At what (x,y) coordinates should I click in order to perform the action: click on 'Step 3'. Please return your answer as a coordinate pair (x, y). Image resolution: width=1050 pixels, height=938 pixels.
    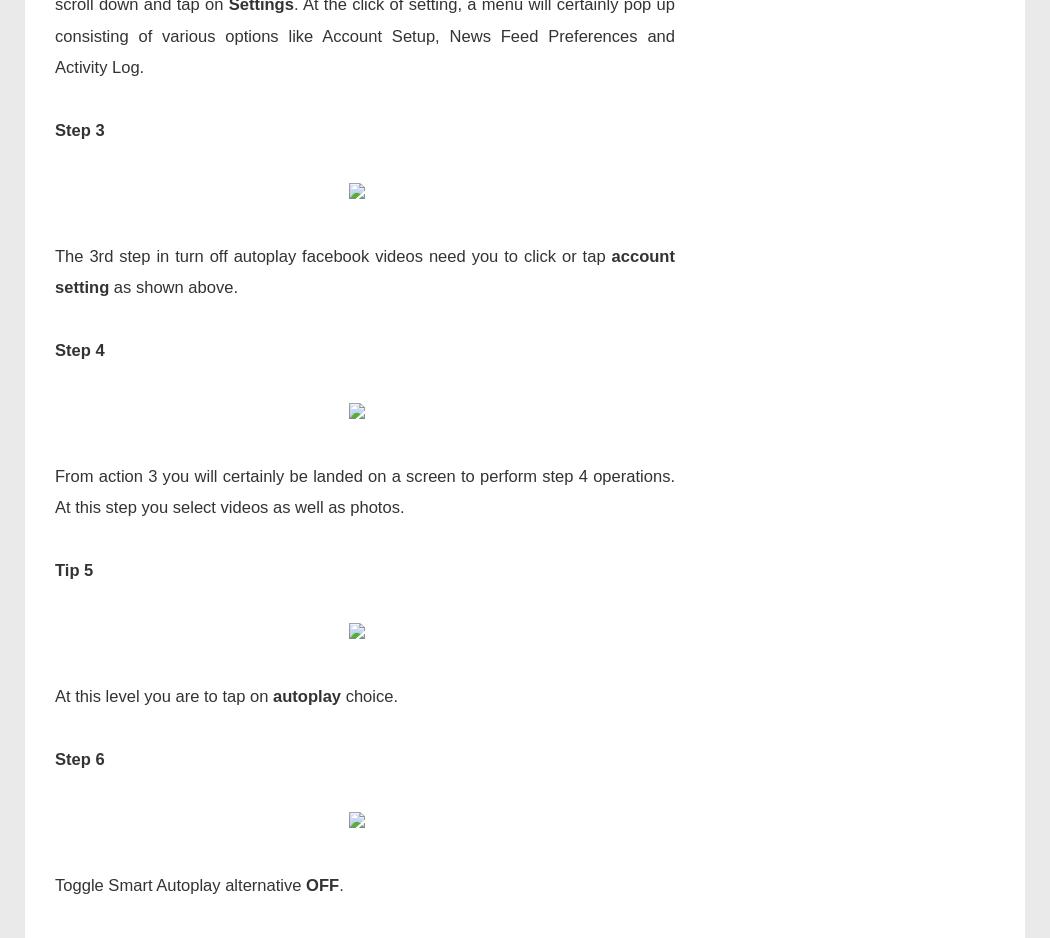
    Looking at the image, I should click on (54, 129).